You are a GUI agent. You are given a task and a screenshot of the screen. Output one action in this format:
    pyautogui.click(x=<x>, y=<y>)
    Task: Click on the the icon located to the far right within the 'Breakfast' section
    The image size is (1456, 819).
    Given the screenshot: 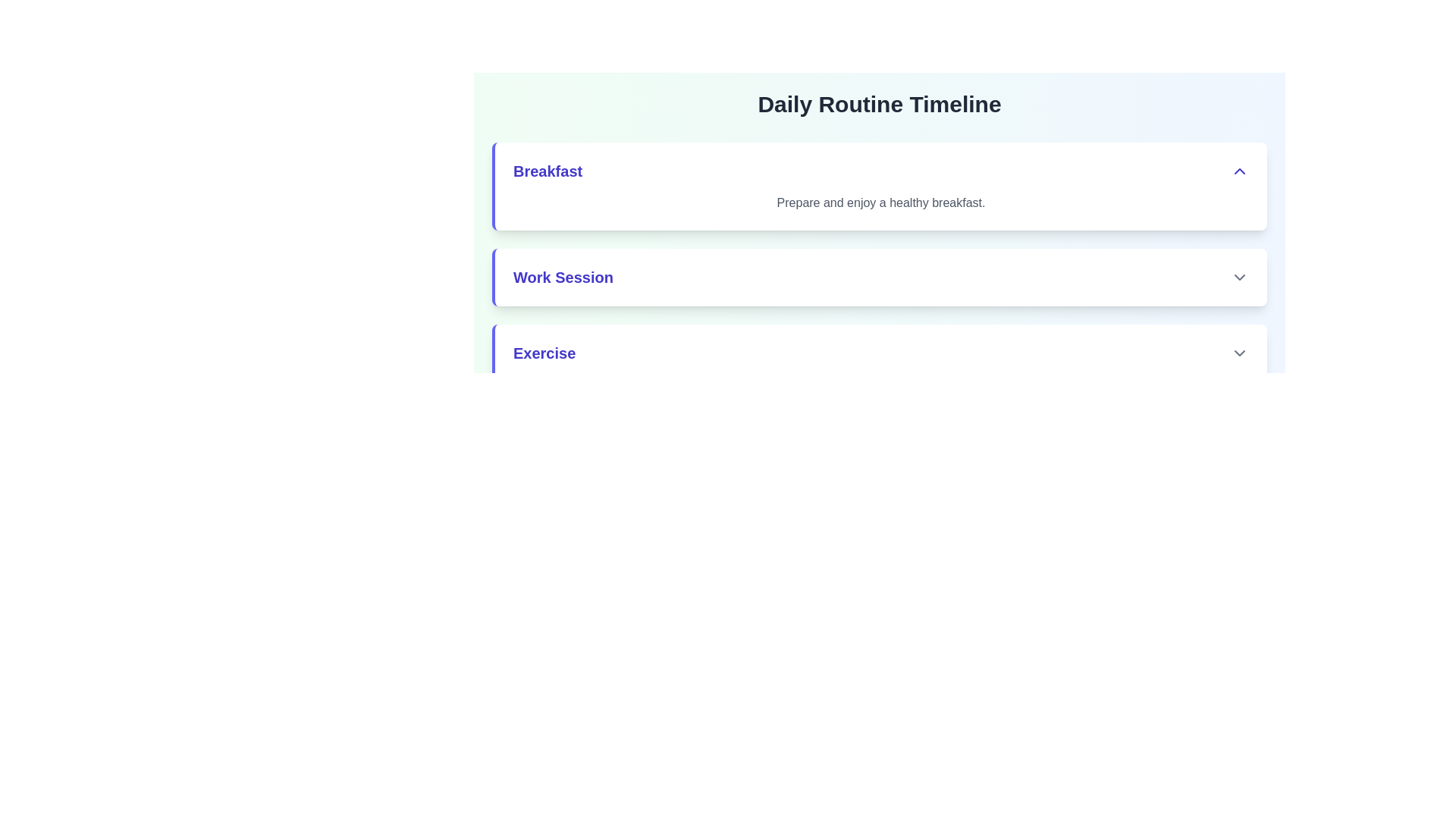 What is the action you would take?
    pyautogui.click(x=1240, y=171)
    